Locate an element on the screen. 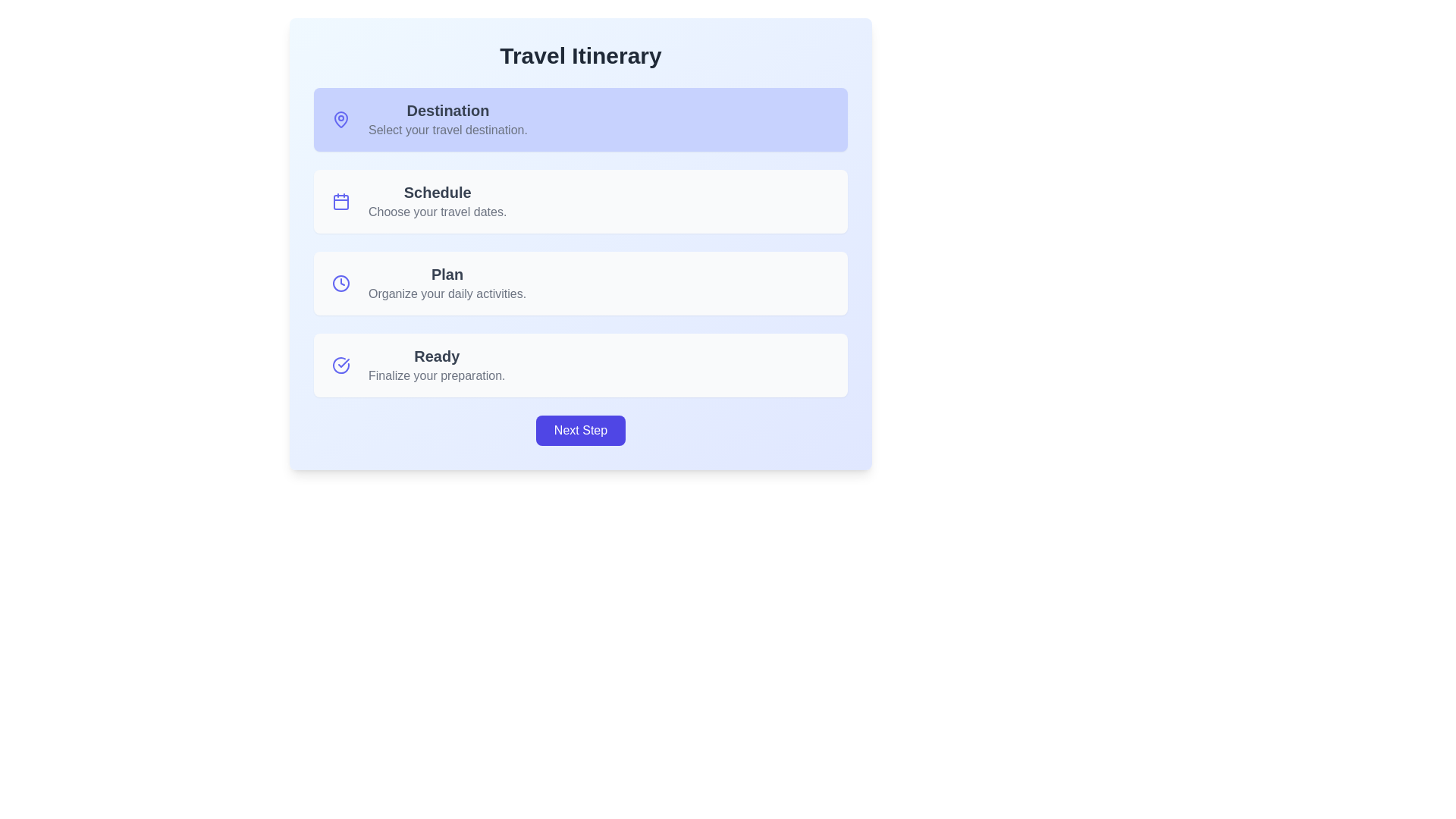  the clickable section under 'Travel Itinerary' is located at coordinates (580, 201).